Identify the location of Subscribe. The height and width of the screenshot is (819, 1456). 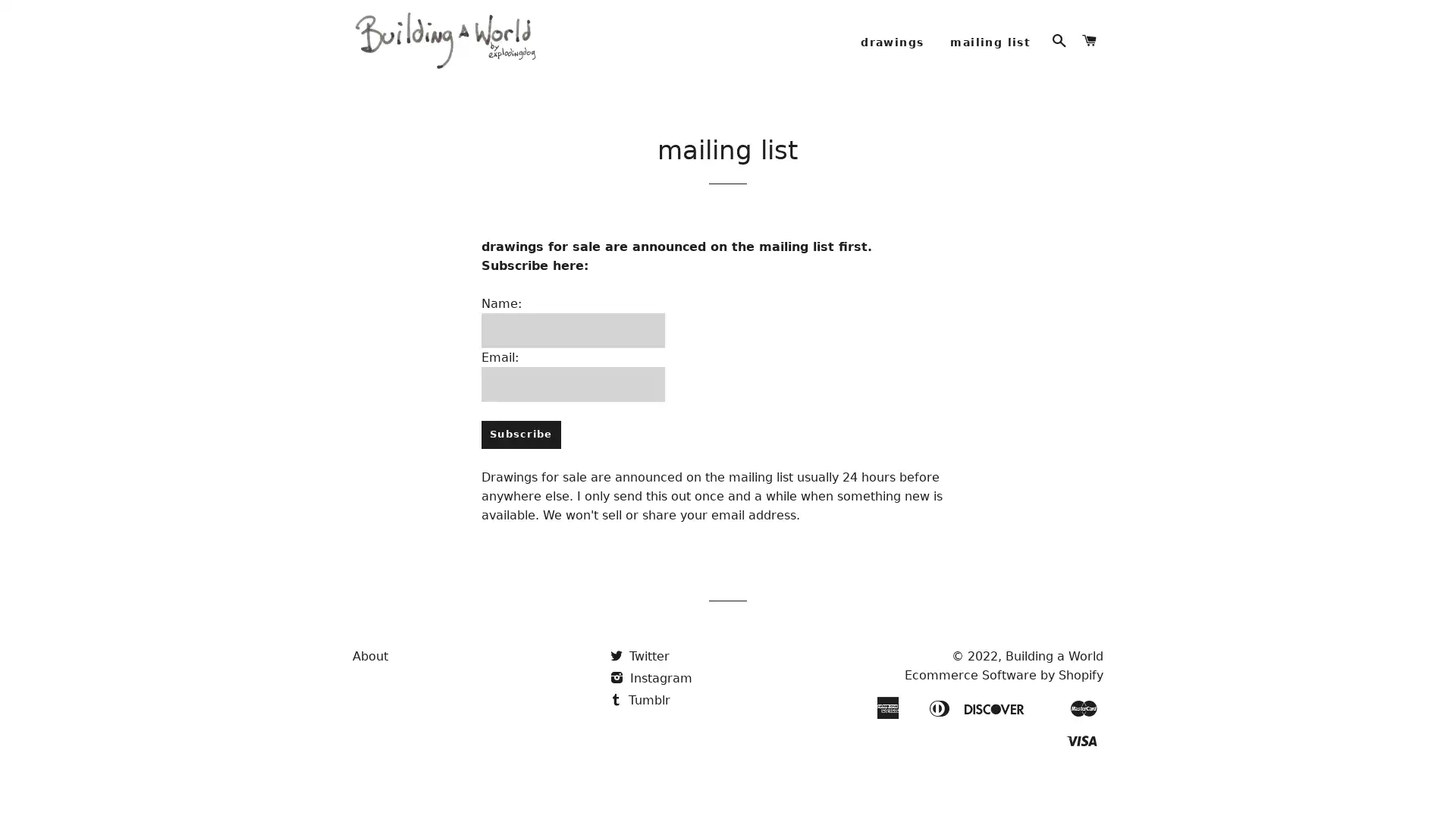
(520, 454).